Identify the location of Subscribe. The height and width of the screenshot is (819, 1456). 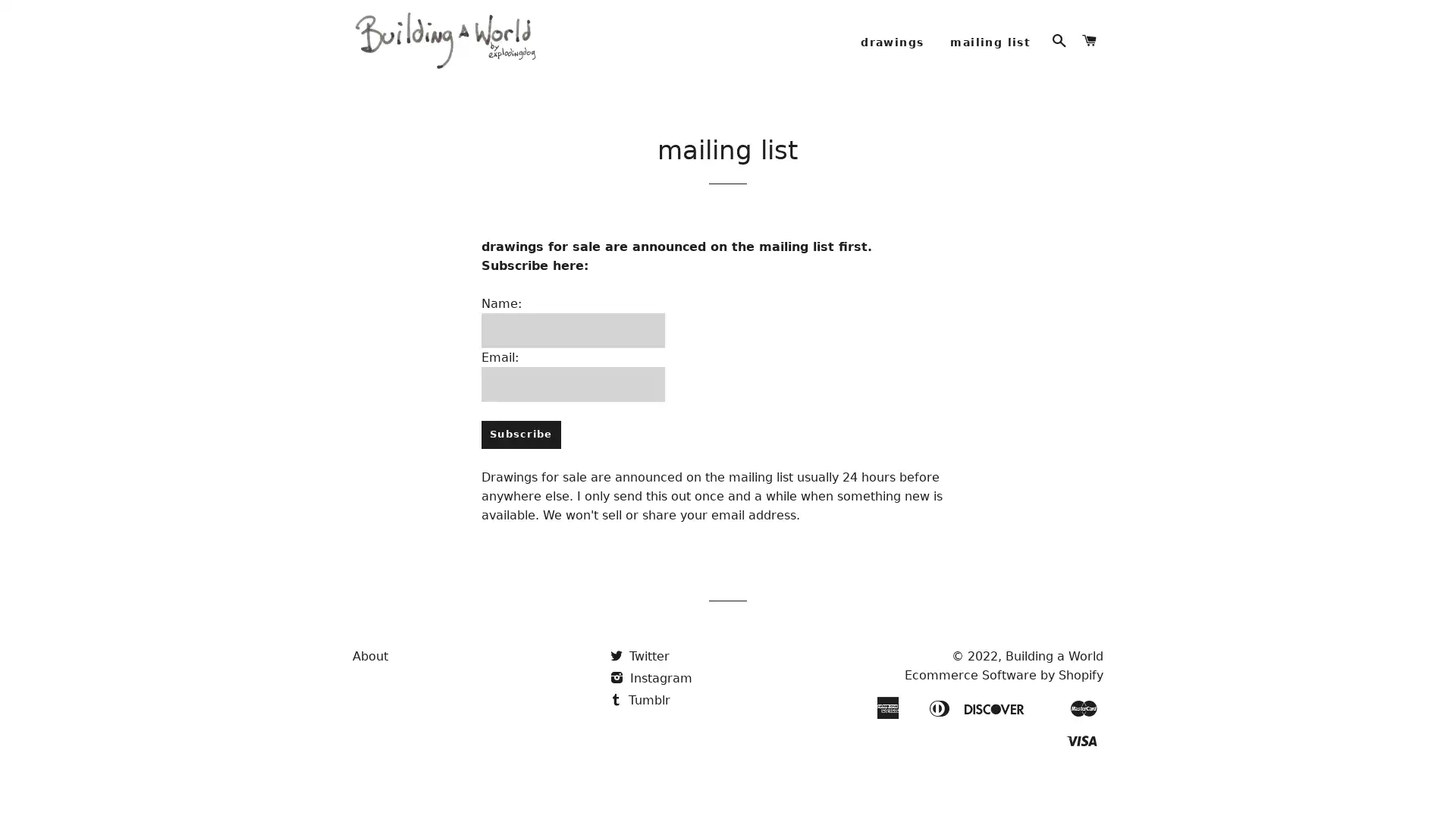
(520, 454).